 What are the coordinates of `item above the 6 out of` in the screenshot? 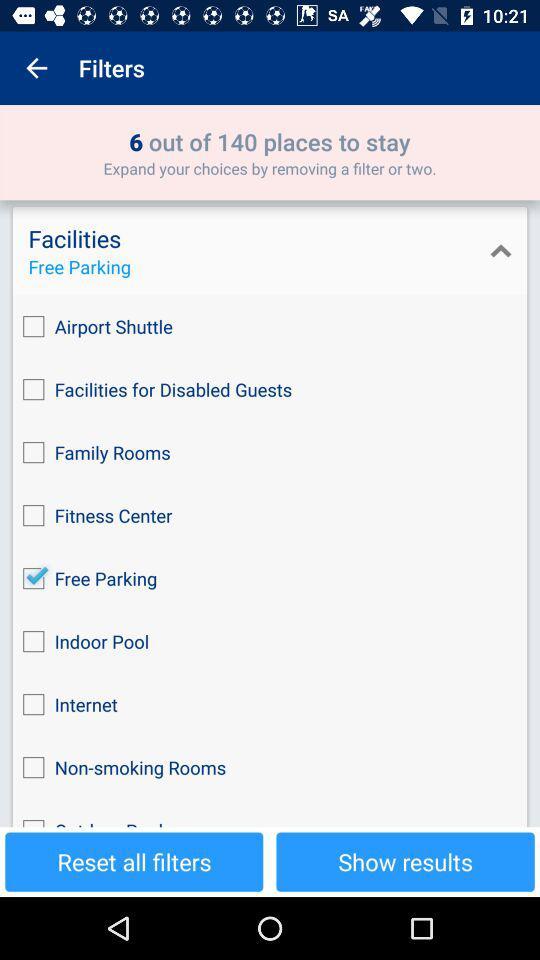 It's located at (36, 68).